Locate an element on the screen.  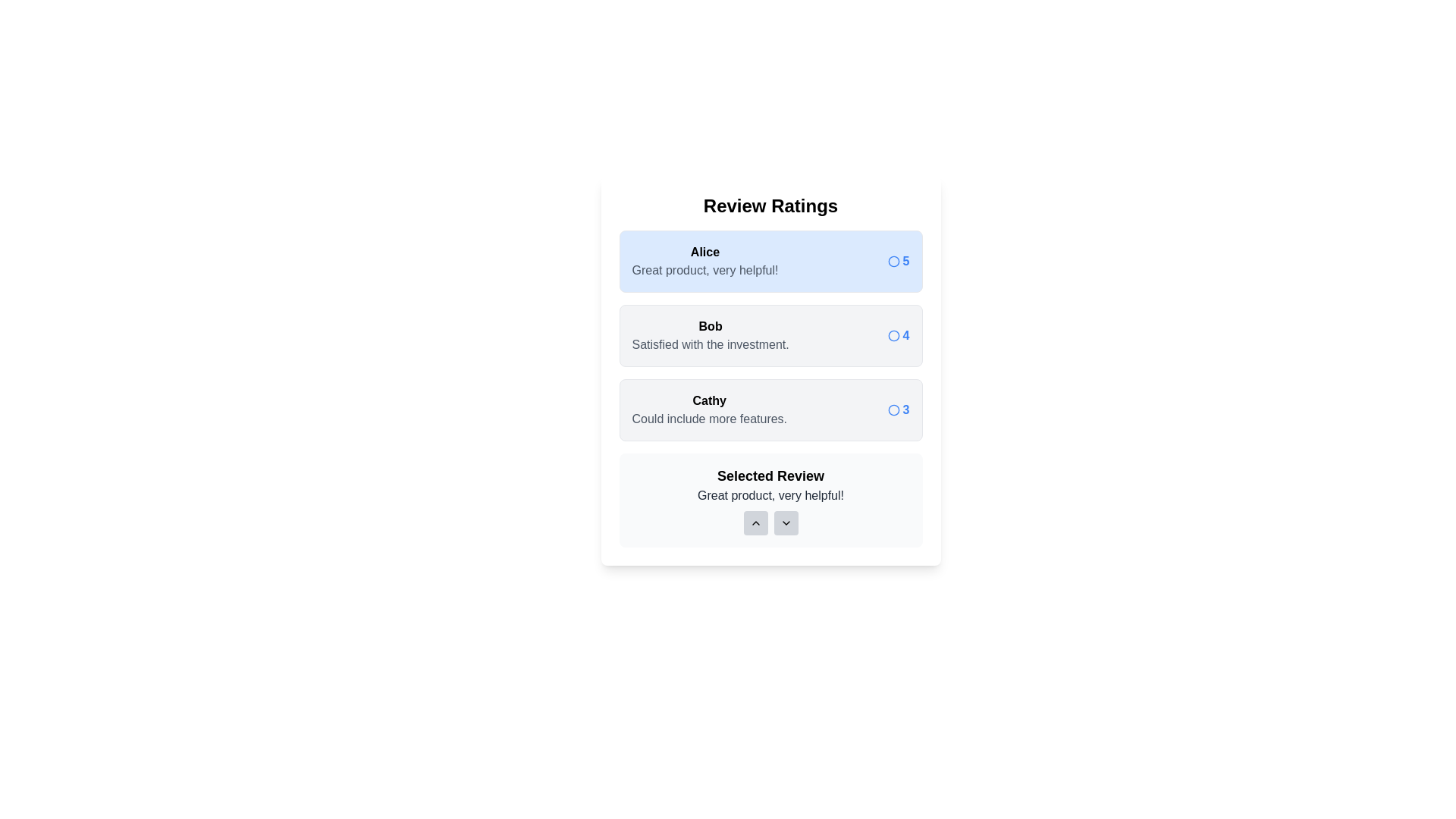
the review with user name Alice is located at coordinates (770, 260).